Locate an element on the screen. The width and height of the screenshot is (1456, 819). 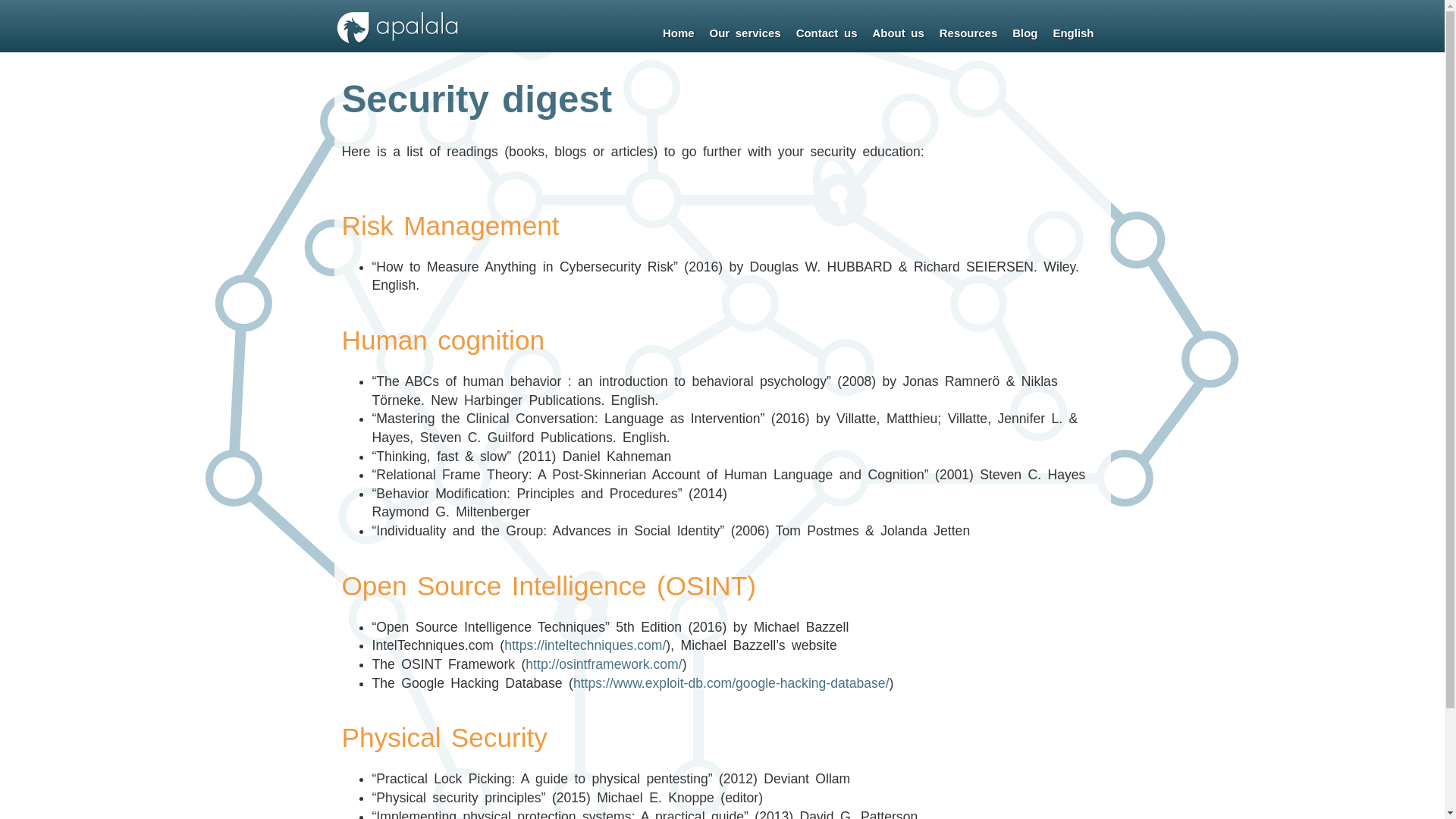
'Contact us' is located at coordinates (826, 33).